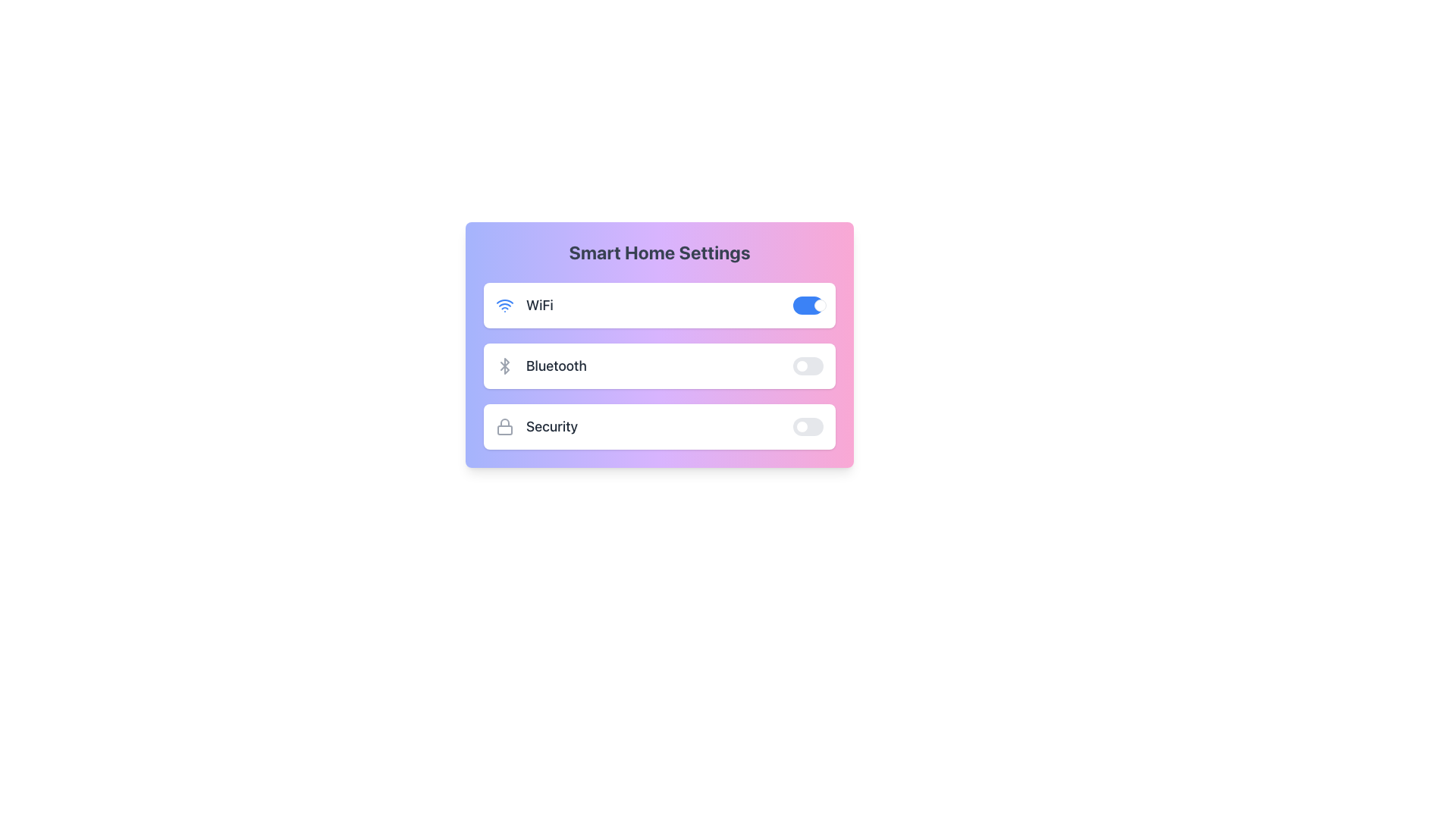 The height and width of the screenshot is (819, 1456). What do you see at coordinates (807, 305) in the screenshot?
I see `the WiFi toggle switch located in the top row of the 'Smart Home Settings' panel, positioned to the right of the text 'WiFi'` at bounding box center [807, 305].